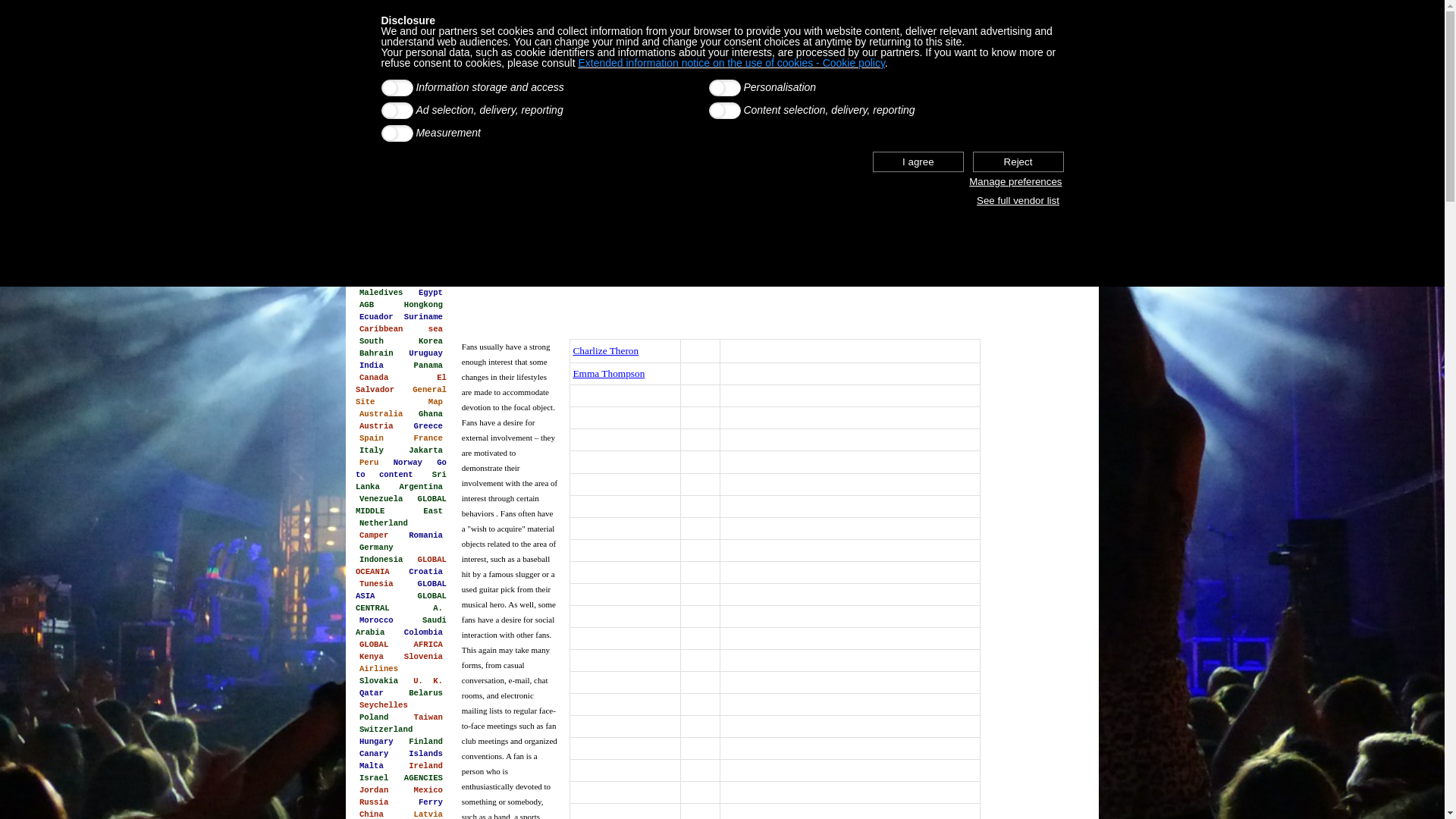 This screenshot has width=1456, height=819. Describe the element at coordinates (356, 668) in the screenshot. I see `'Airlines'` at that location.